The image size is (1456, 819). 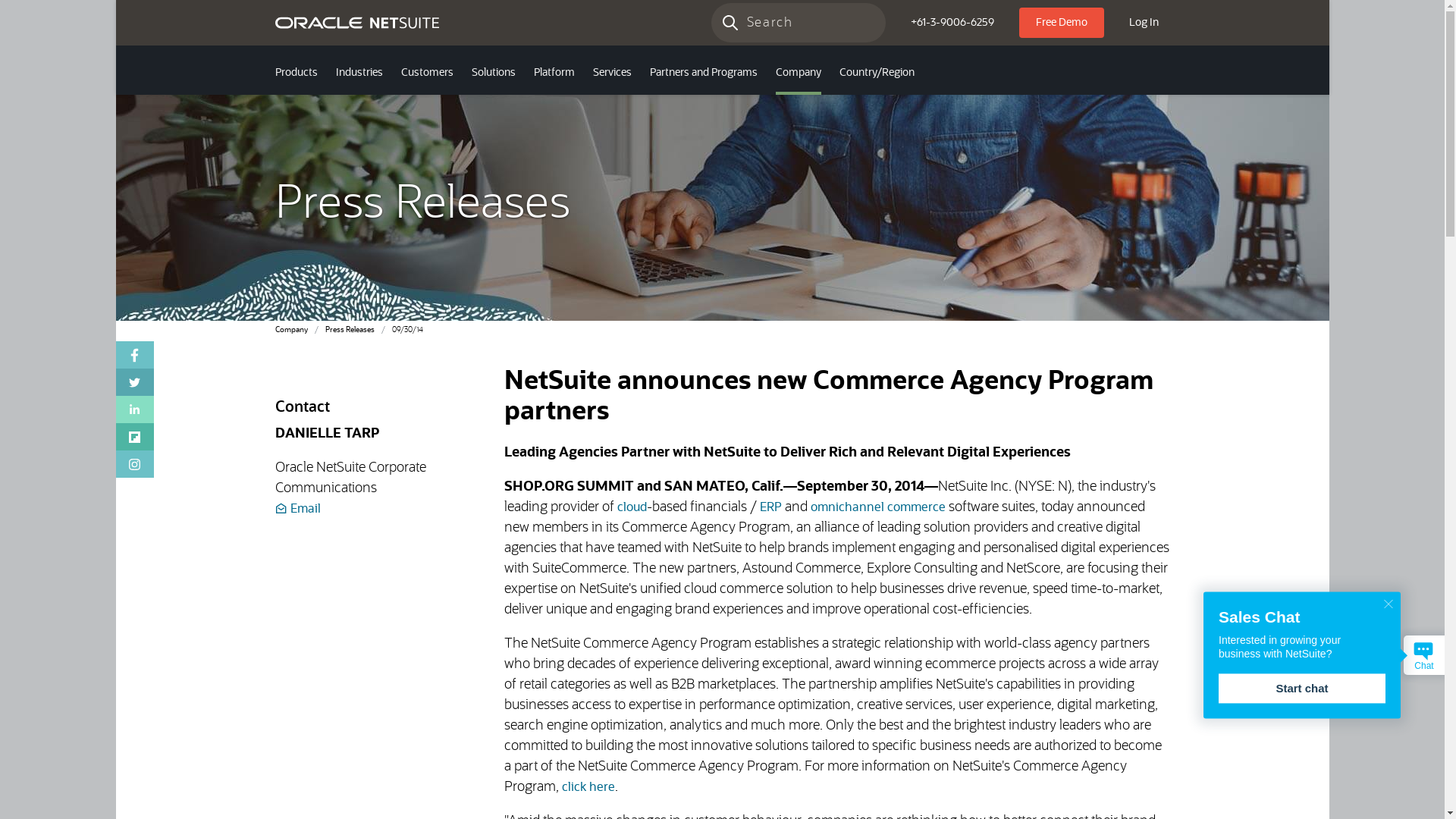 I want to click on 'Log In', so click(x=1144, y=23).